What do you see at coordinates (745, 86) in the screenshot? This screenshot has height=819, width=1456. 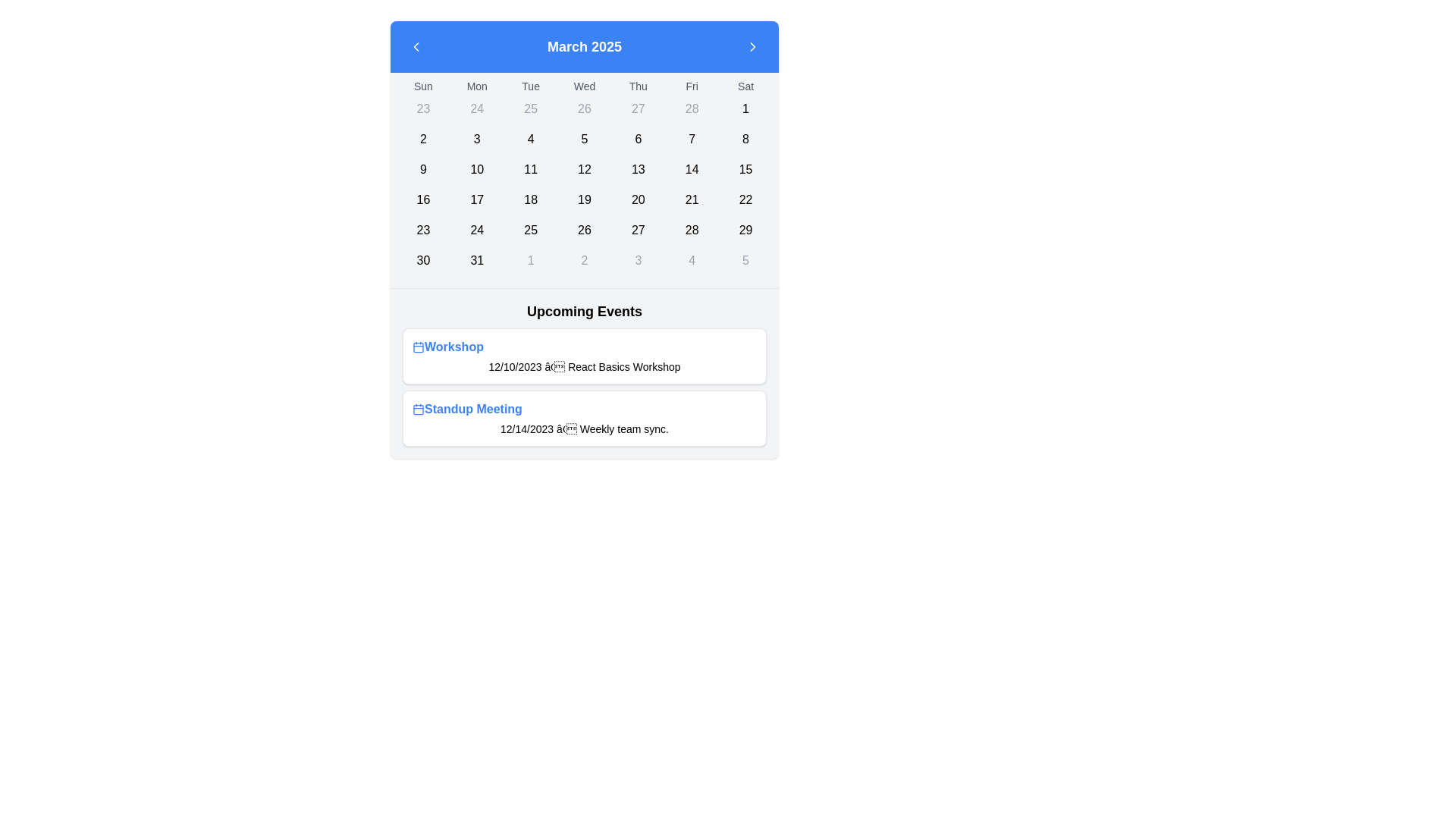 I see `the static text label indicating the header title for the Saturday column in the calendar interface` at bounding box center [745, 86].